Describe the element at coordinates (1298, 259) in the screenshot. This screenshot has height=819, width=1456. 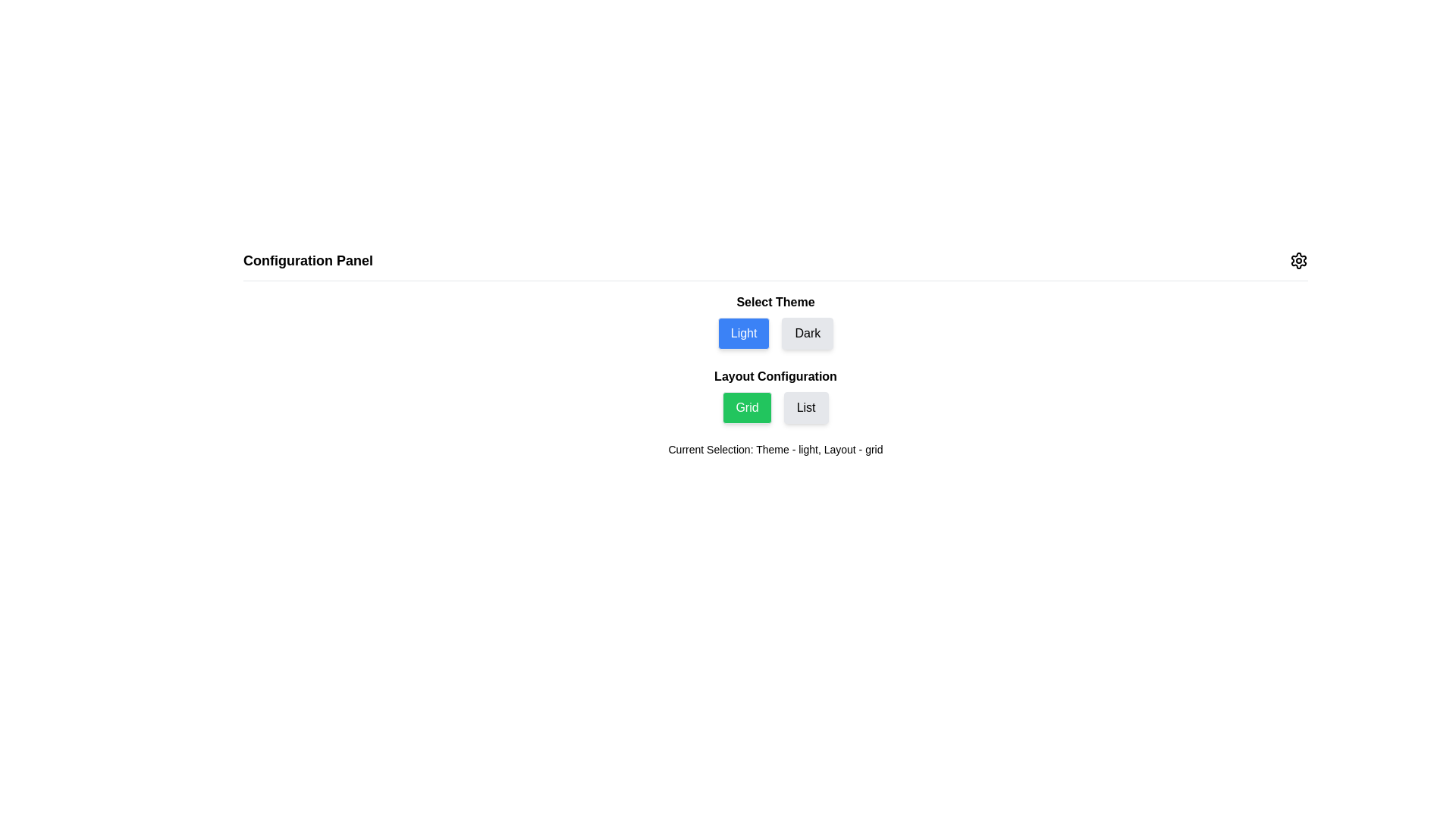
I see `the gear-shaped icon in the top-right corner of the 'Configuration Panel'` at that location.